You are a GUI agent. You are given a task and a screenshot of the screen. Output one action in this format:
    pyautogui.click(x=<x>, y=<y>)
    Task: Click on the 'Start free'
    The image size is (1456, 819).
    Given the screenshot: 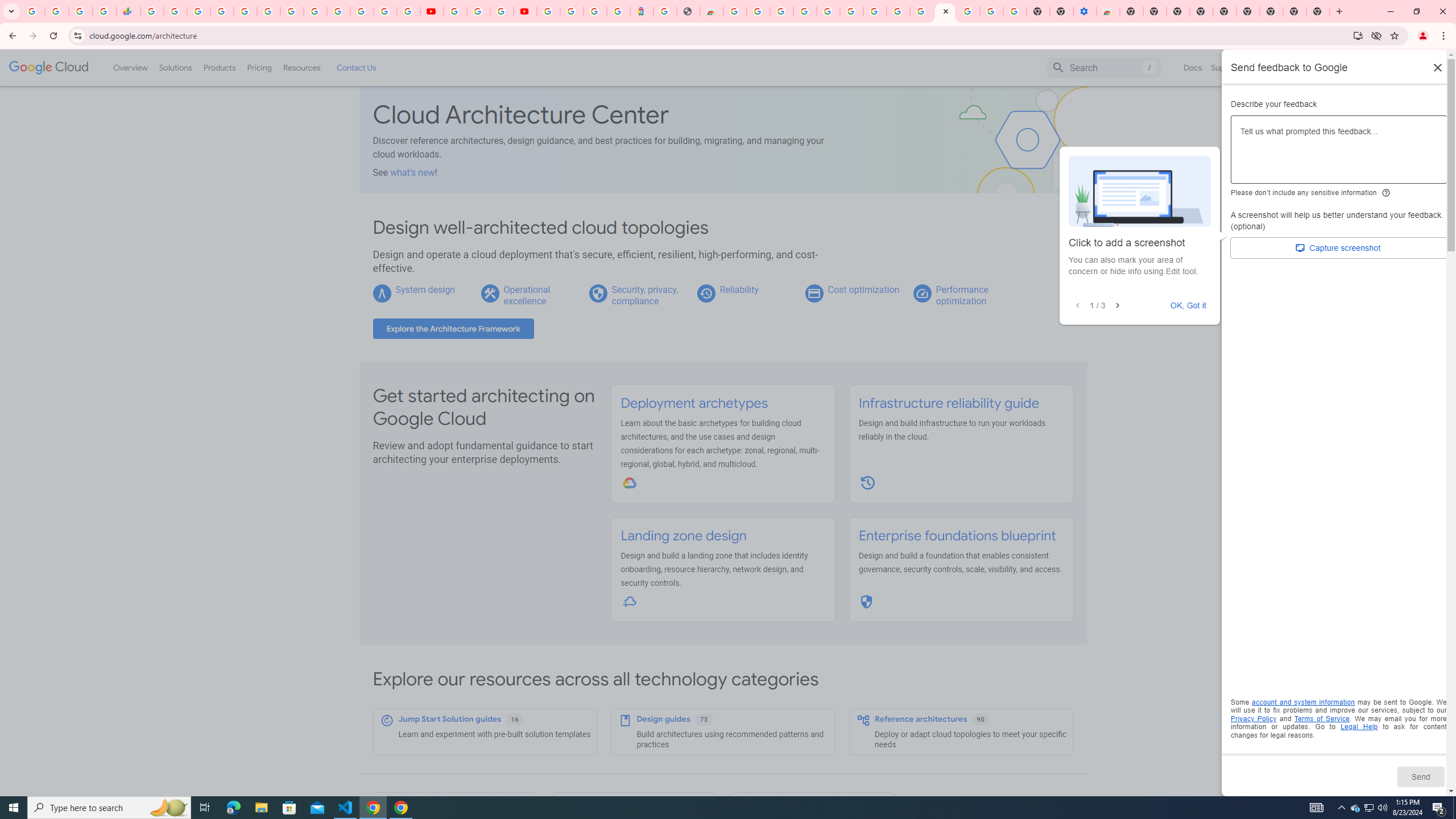 What is the action you would take?
    pyautogui.click(x=1405, y=67)
    